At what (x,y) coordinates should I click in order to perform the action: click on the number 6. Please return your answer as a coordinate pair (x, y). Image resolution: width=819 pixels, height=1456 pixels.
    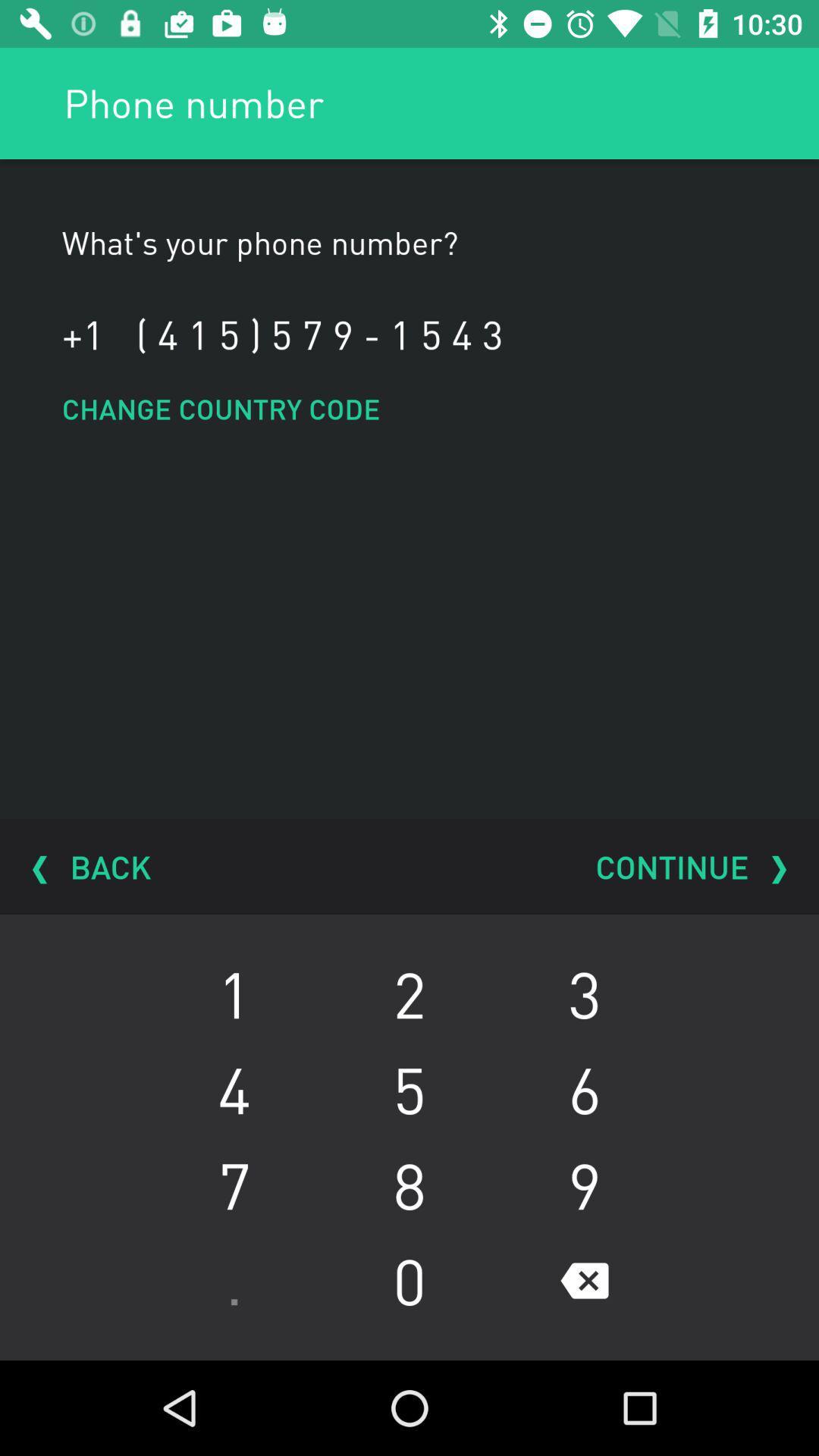
    Looking at the image, I should click on (584, 1088).